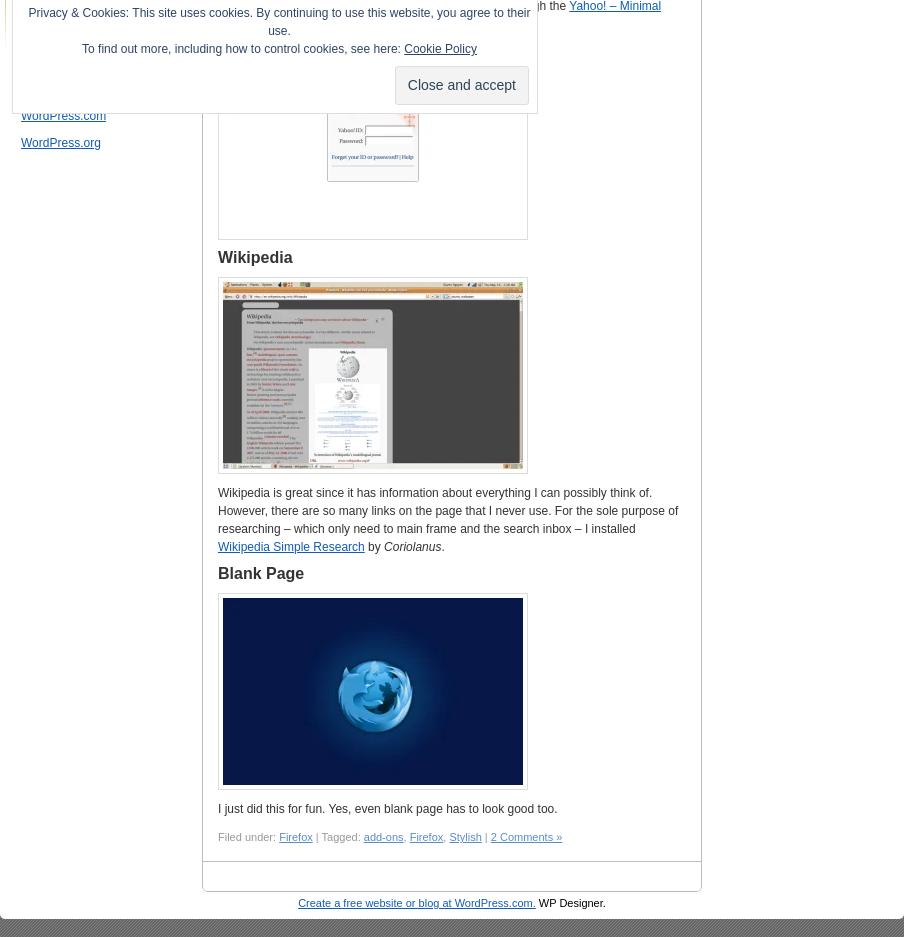 The width and height of the screenshot is (904, 937). Describe the element at coordinates (254, 257) in the screenshot. I see `'Wikipedia'` at that location.